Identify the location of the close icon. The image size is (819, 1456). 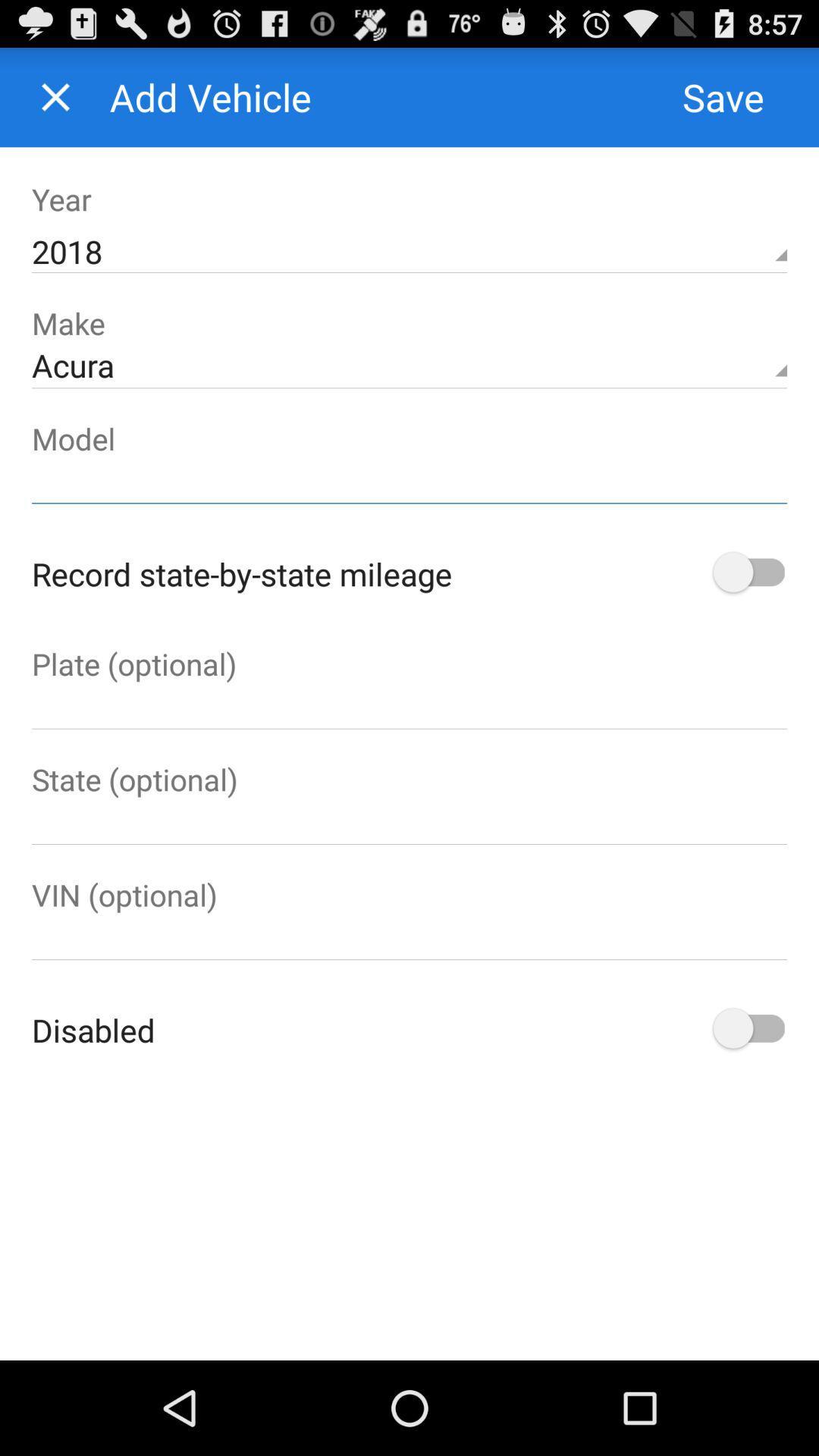
(55, 103).